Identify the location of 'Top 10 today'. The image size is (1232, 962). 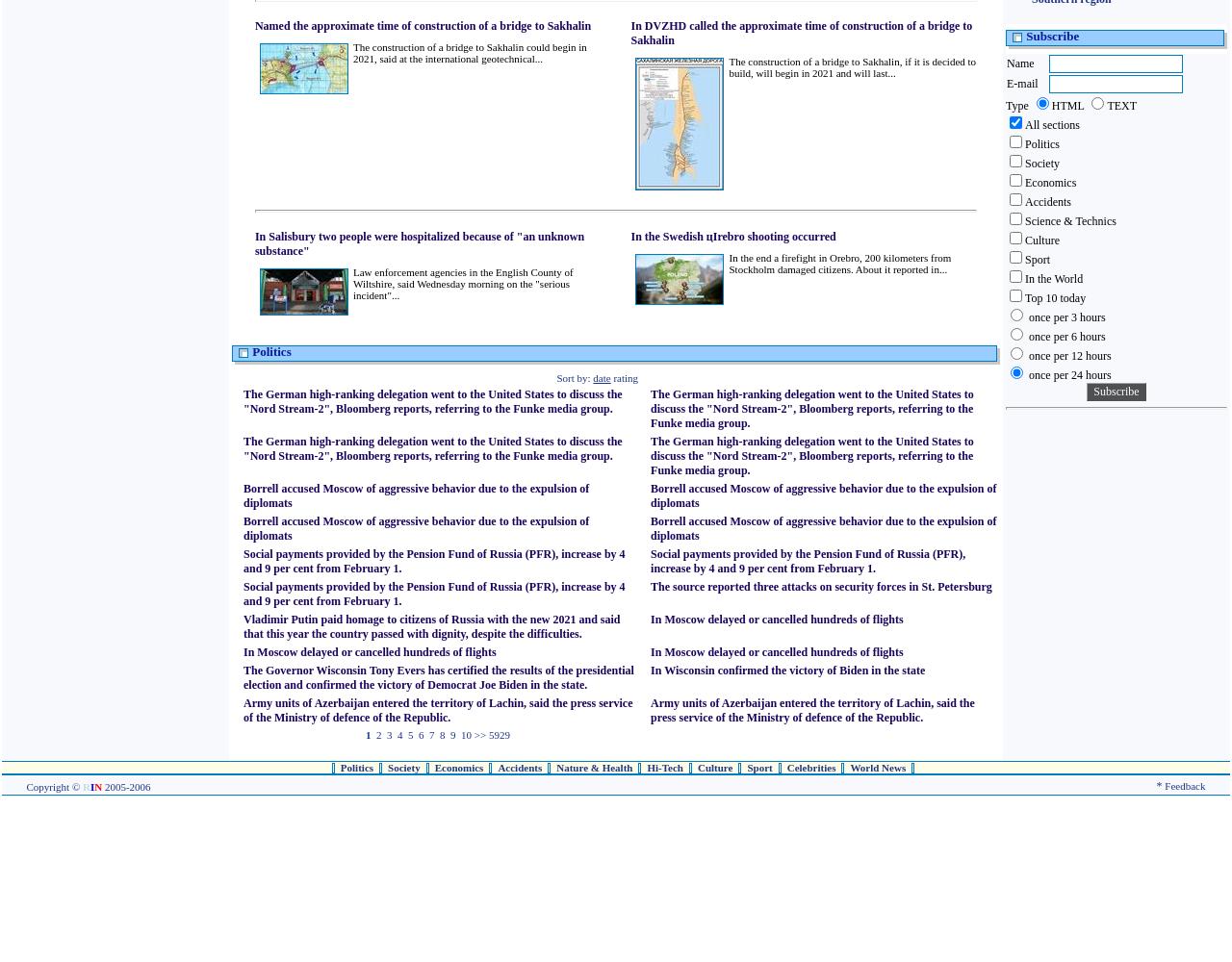
(1054, 298).